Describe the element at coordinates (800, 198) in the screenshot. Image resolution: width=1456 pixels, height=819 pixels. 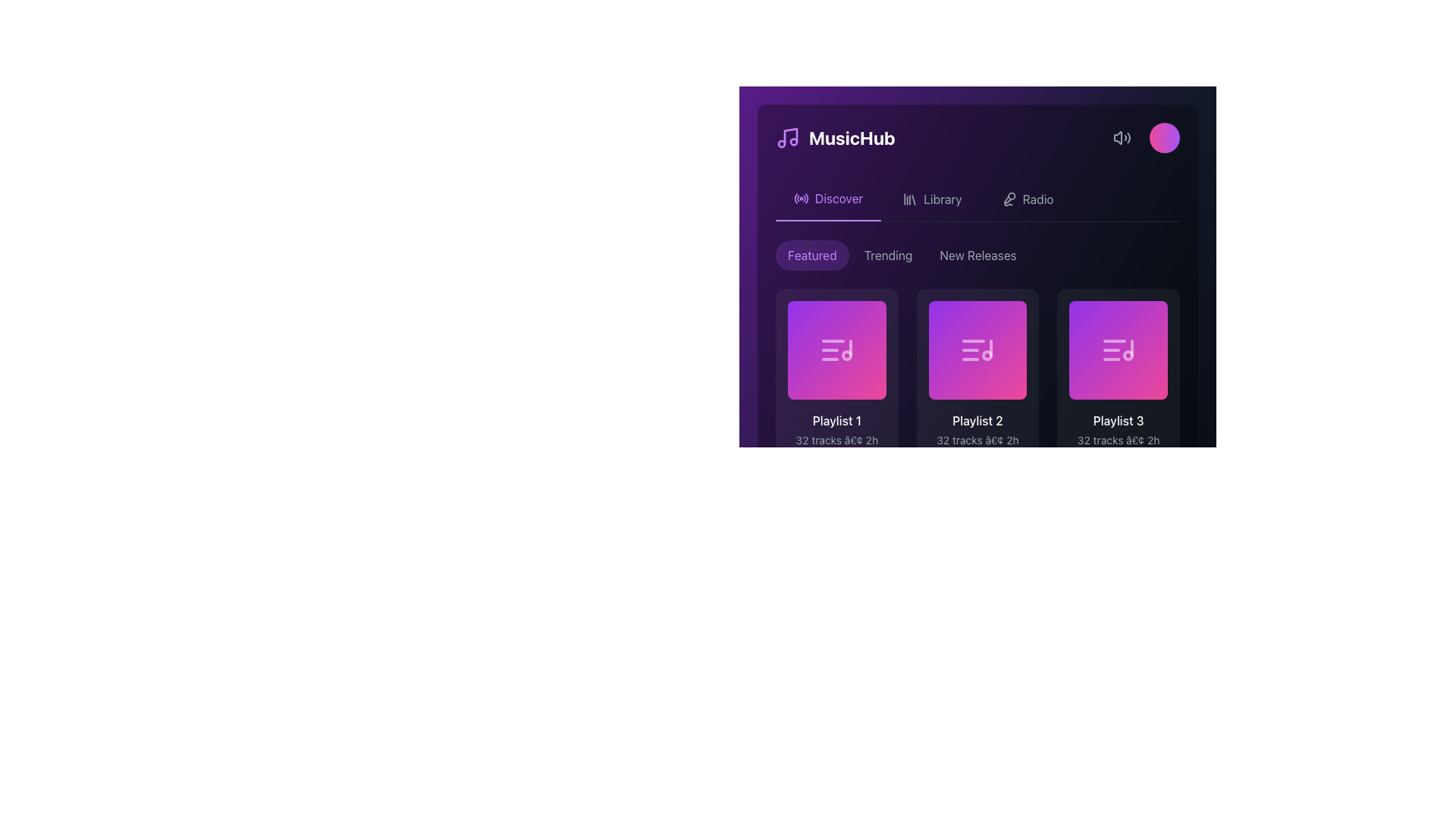
I see `the 'Discover' icon in the navigation bar, which represents the radio or broadcast-related discovery feature, located to the left of the 'Discover' text label` at that location.